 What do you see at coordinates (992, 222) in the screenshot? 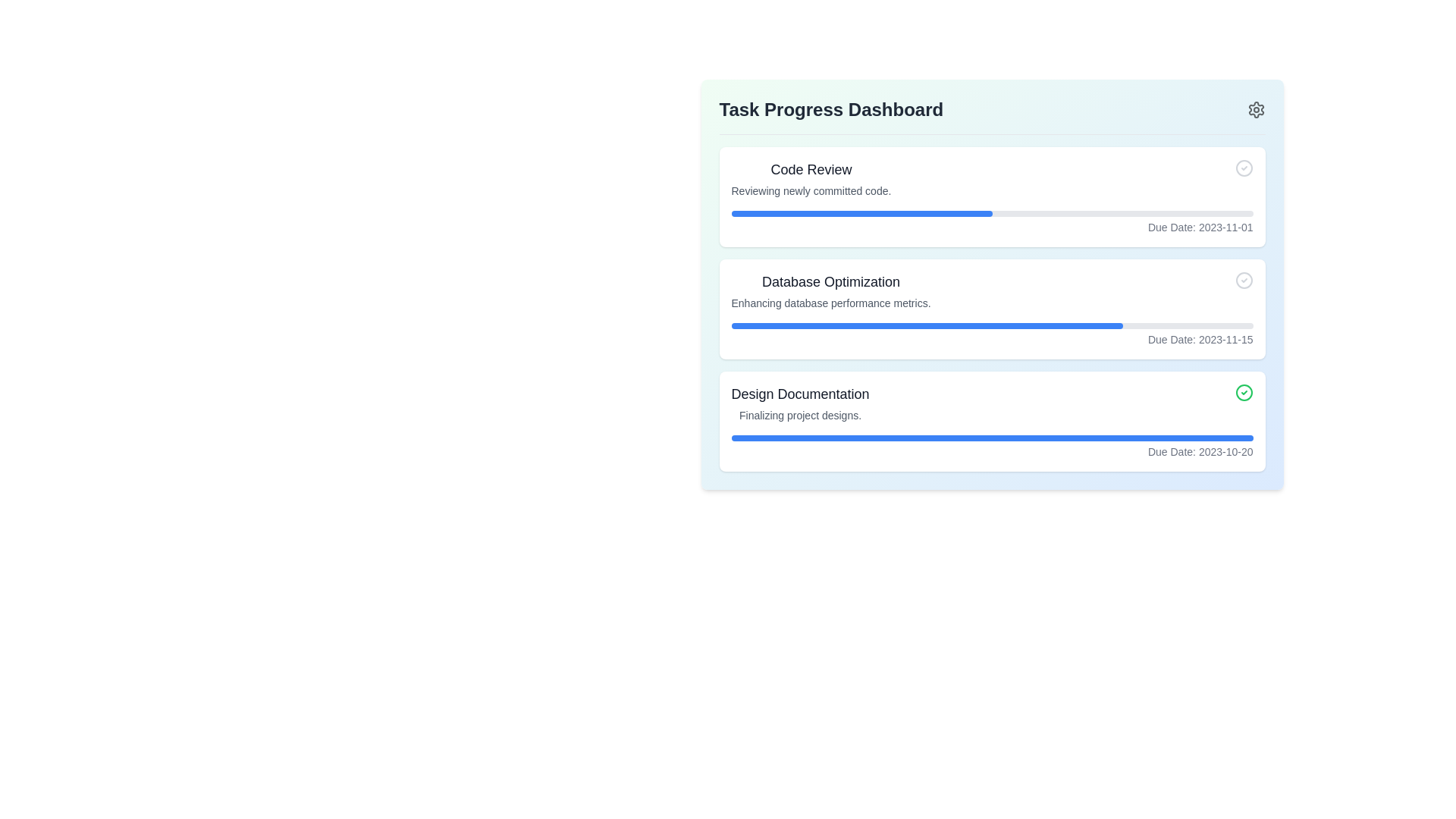
I see `the static text displaying 'Due Date: 2023-11-01' located at the bottom-right section of the 'Code Review' card` at bounding box center [992, 222].